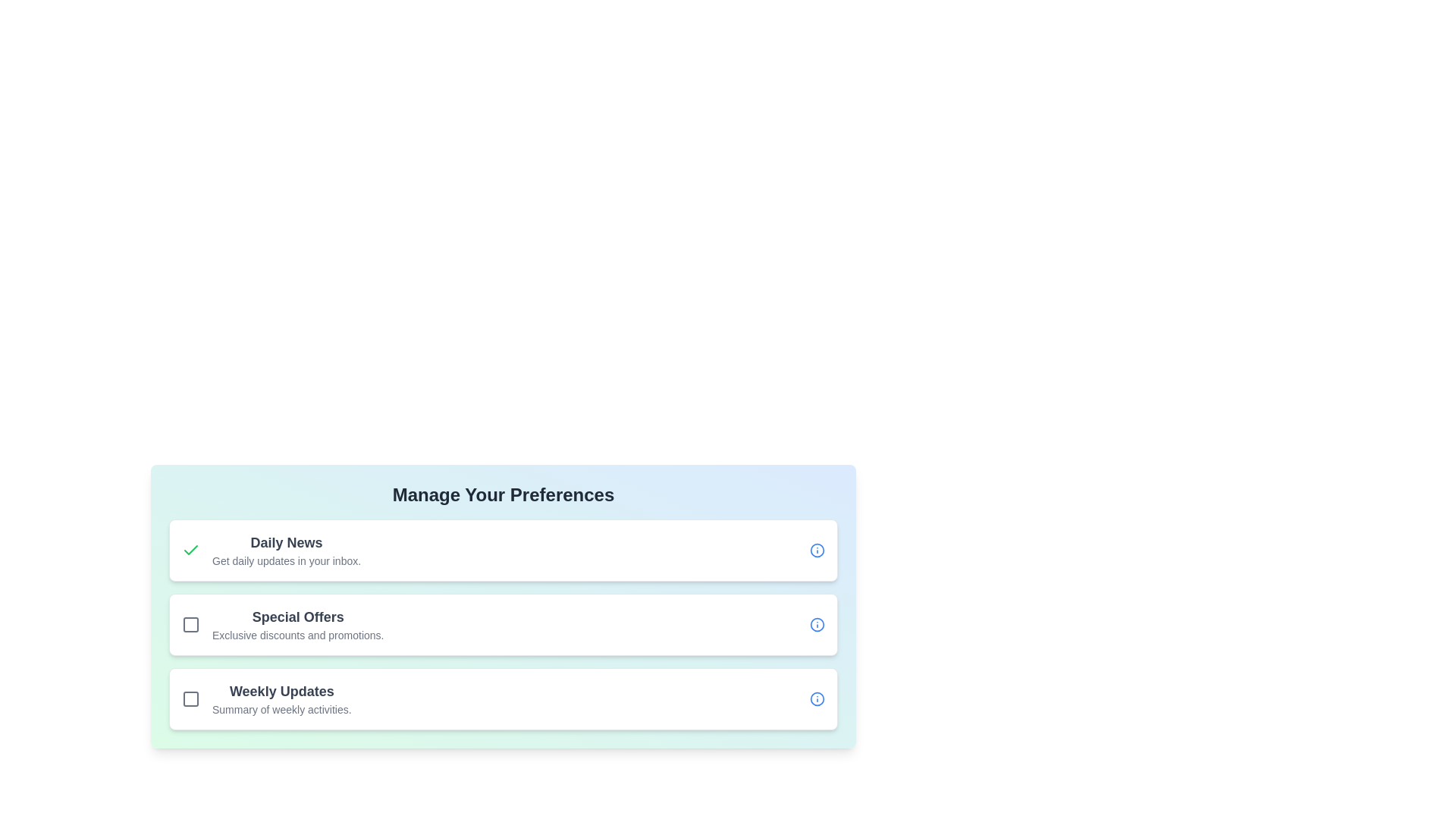  I want to click on the SVG Circle which is part of the informational icon located at the right end of the 'Special Offers' row in the preference selection list UI, so click(817, 625).